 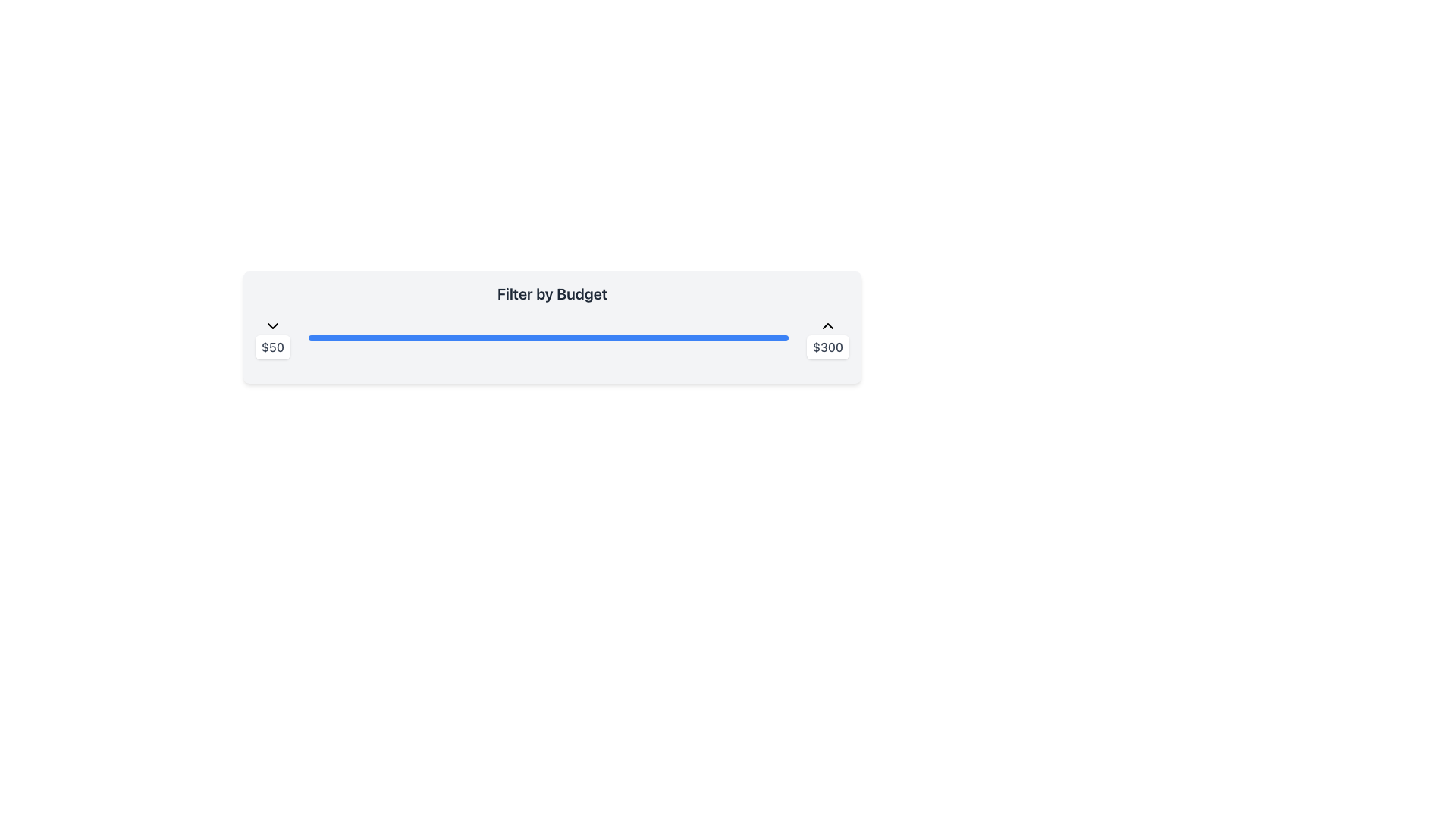 I want to click on the slider value, so click(x=684, y=337).